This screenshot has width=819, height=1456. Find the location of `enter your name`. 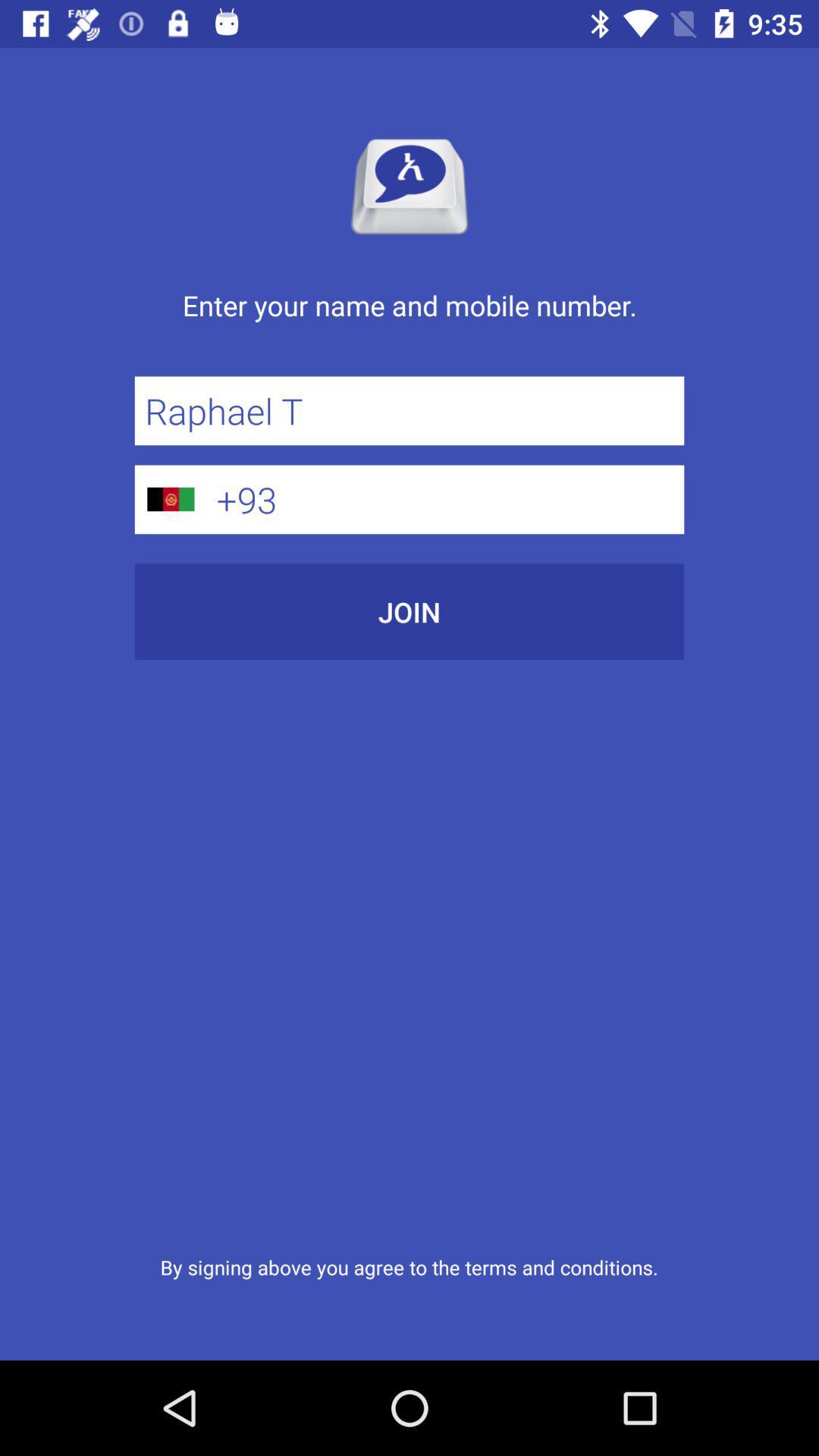

enter your name is located at coordinates (409, 321).